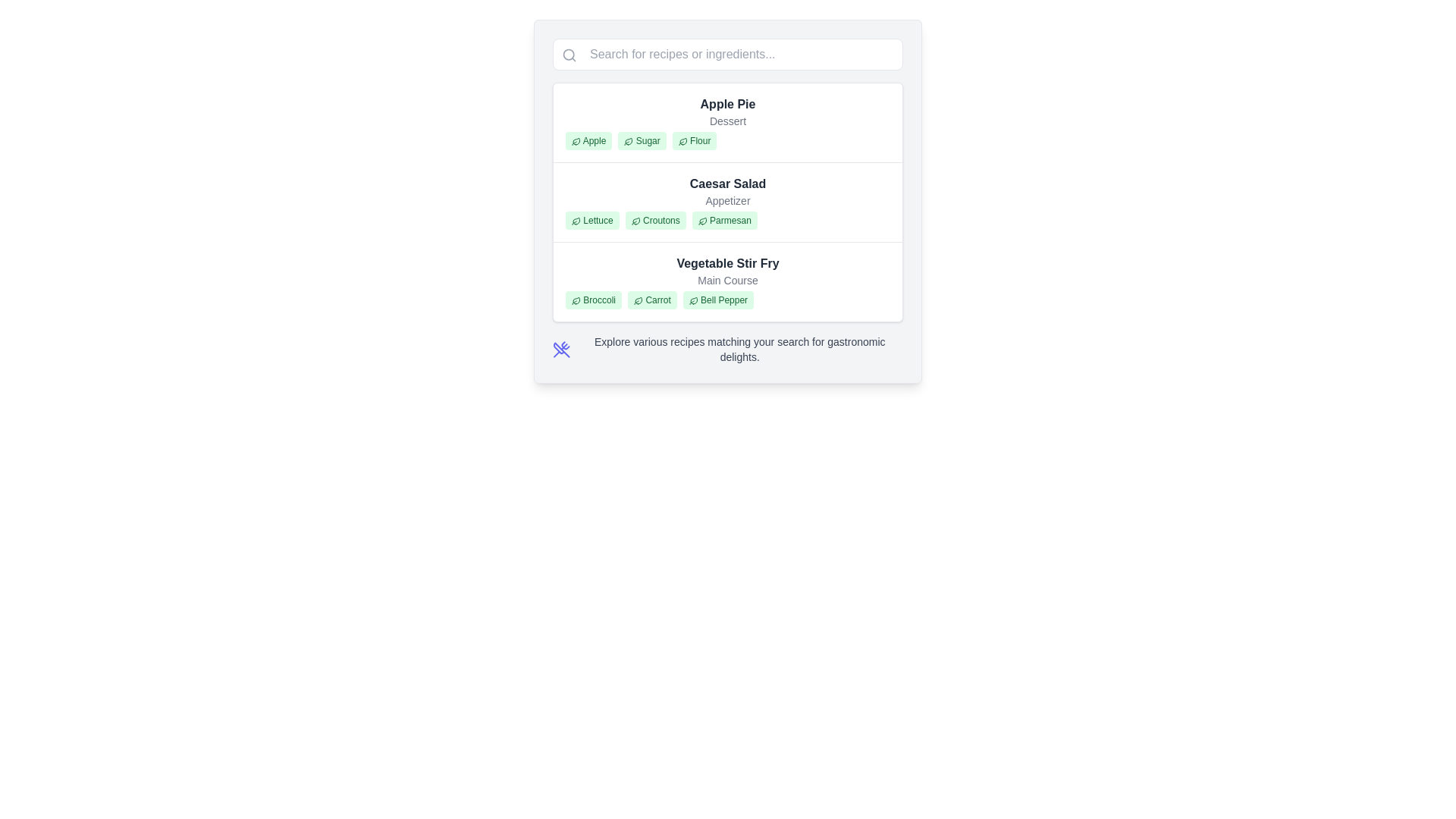  Describe the element at coordinates (717, 300) in the screenshot. I see `the 'Bell Pepper' label with a light green background and green text, positioned as the third label in the 'Vegetable Stir Fry' recipe group` at that location.